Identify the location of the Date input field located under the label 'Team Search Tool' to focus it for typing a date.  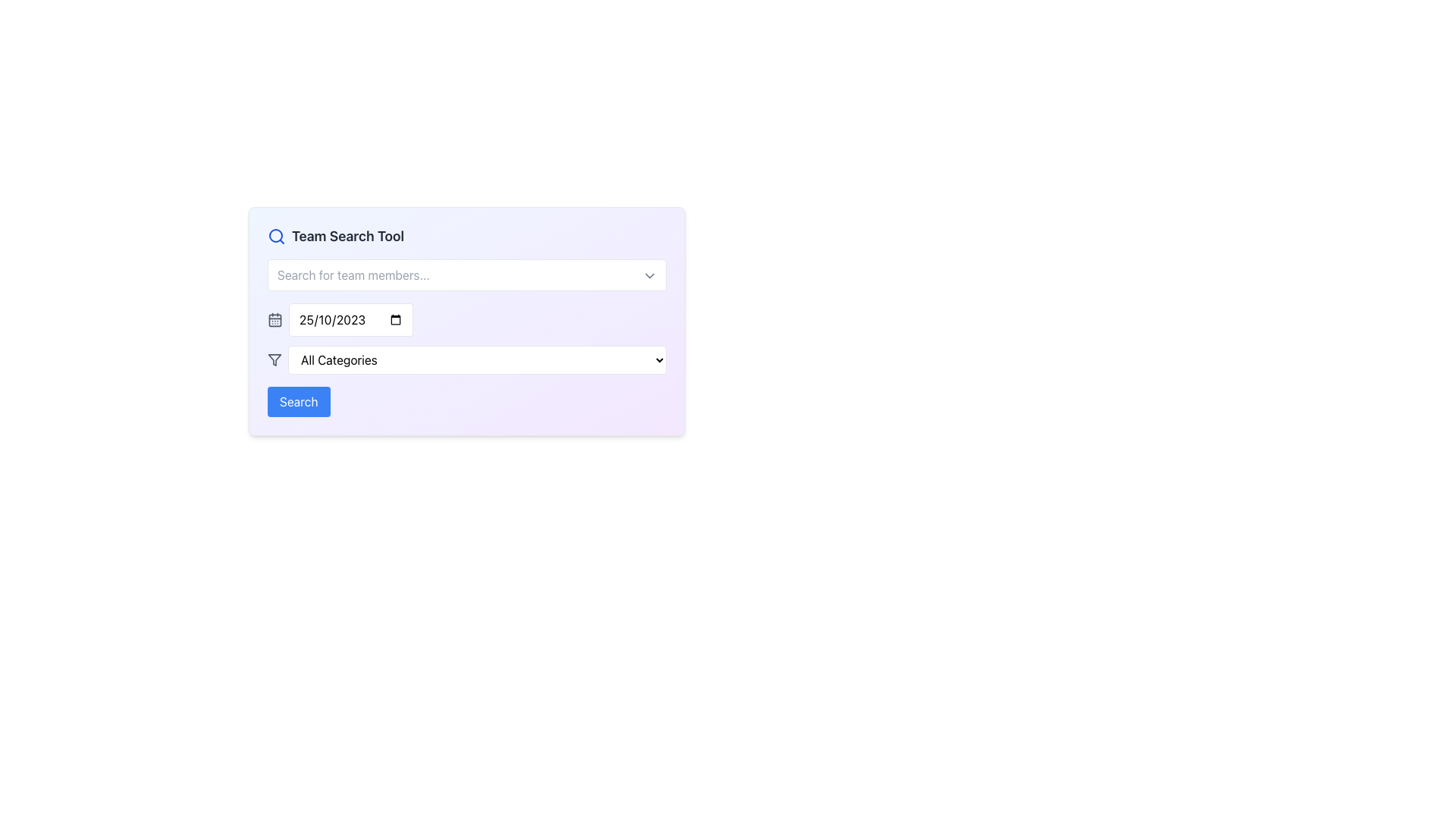
(350, 318).